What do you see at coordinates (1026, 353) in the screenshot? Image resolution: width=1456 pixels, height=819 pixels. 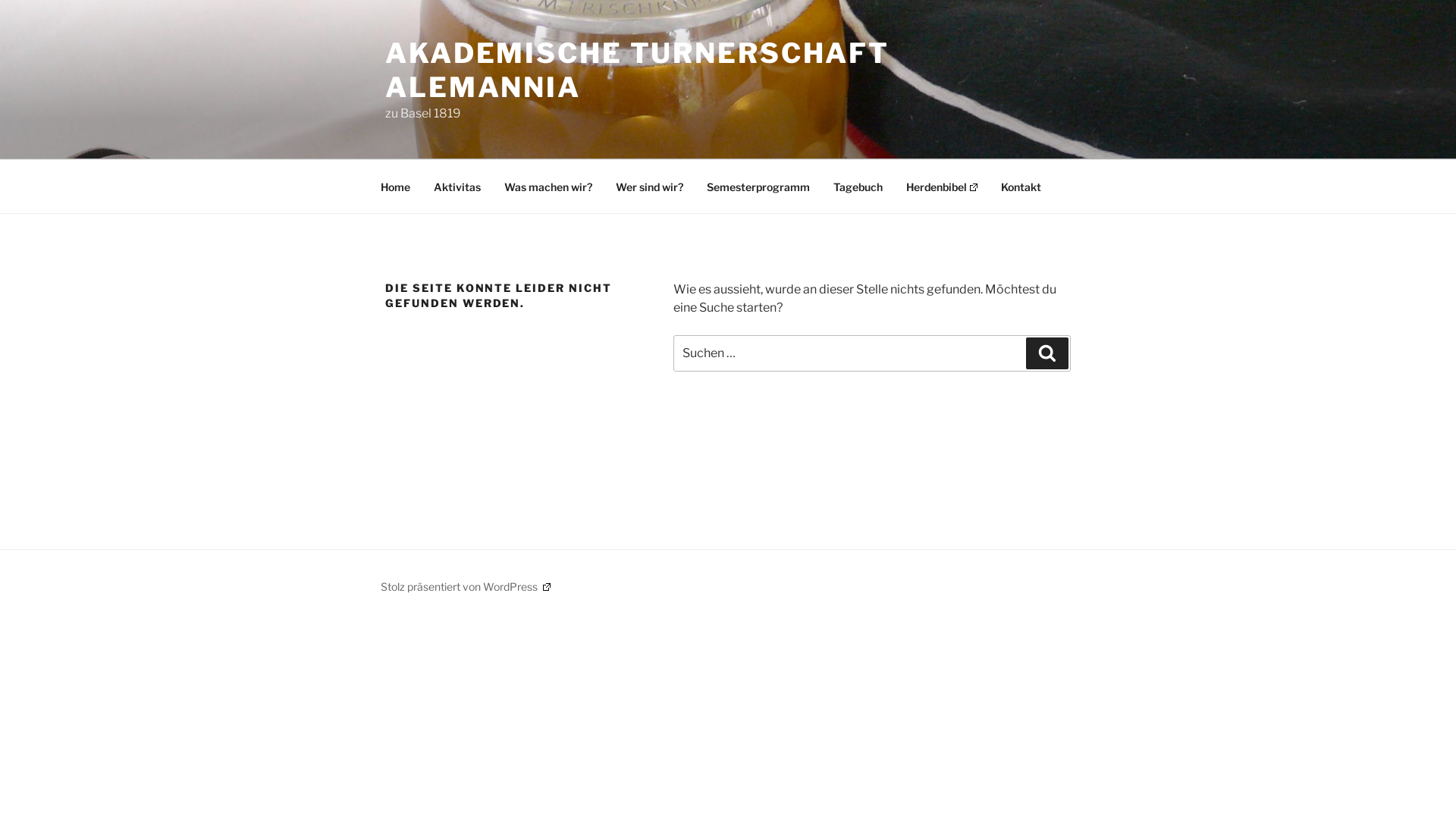 I see `'Suchen'` at bounding box center [1026, 353].